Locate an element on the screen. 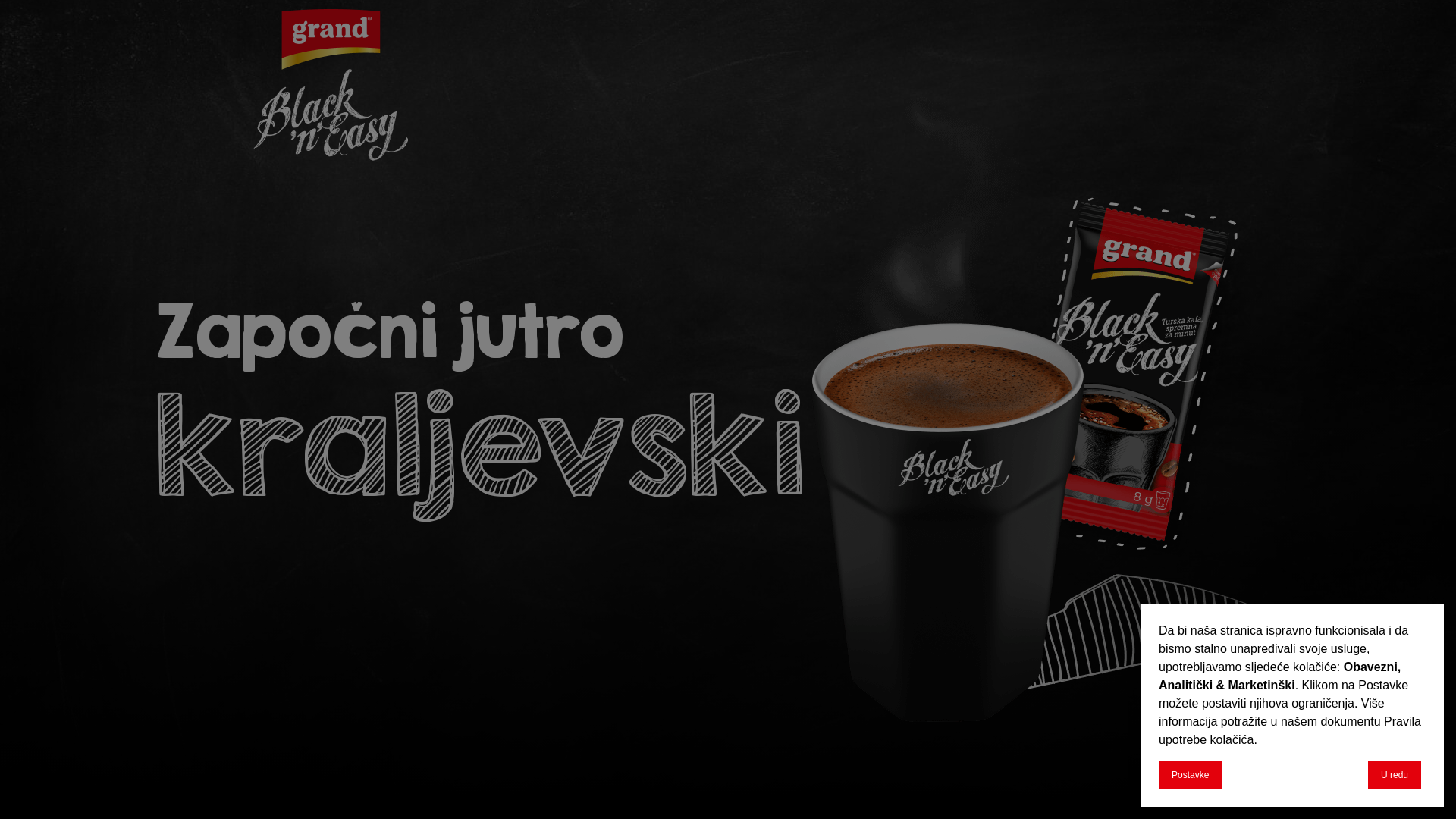 The width and height of the screenshot is (1456, 819). 'Postavke' is located at coordinates (1189, 775).